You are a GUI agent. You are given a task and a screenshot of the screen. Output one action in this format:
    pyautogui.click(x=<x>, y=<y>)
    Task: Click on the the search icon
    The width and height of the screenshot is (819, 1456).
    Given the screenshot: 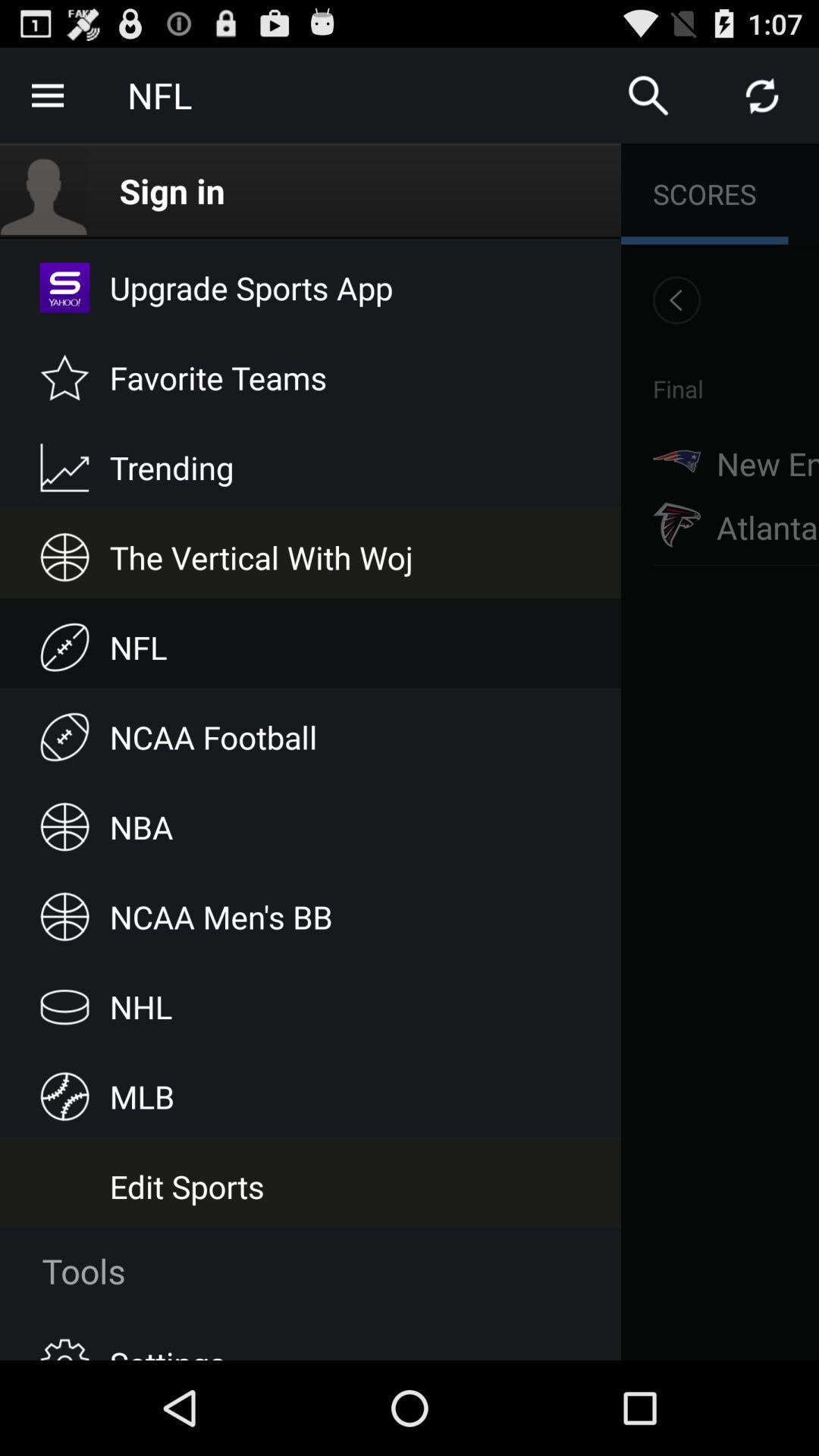 What is the action you would take?
    pyautogui.click(x=648, y=101)
    